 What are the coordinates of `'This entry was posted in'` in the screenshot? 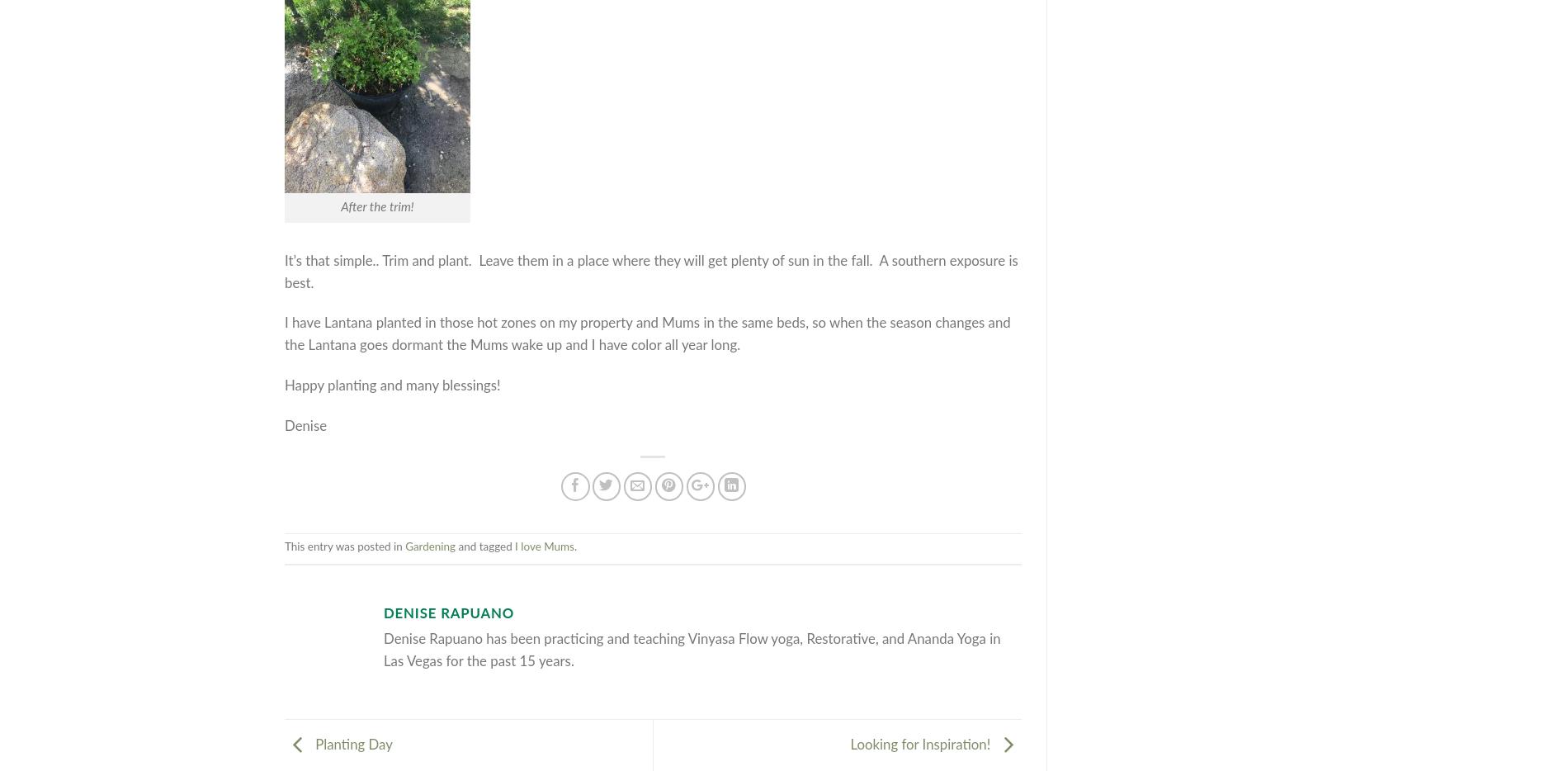 It's located at (344, 546).